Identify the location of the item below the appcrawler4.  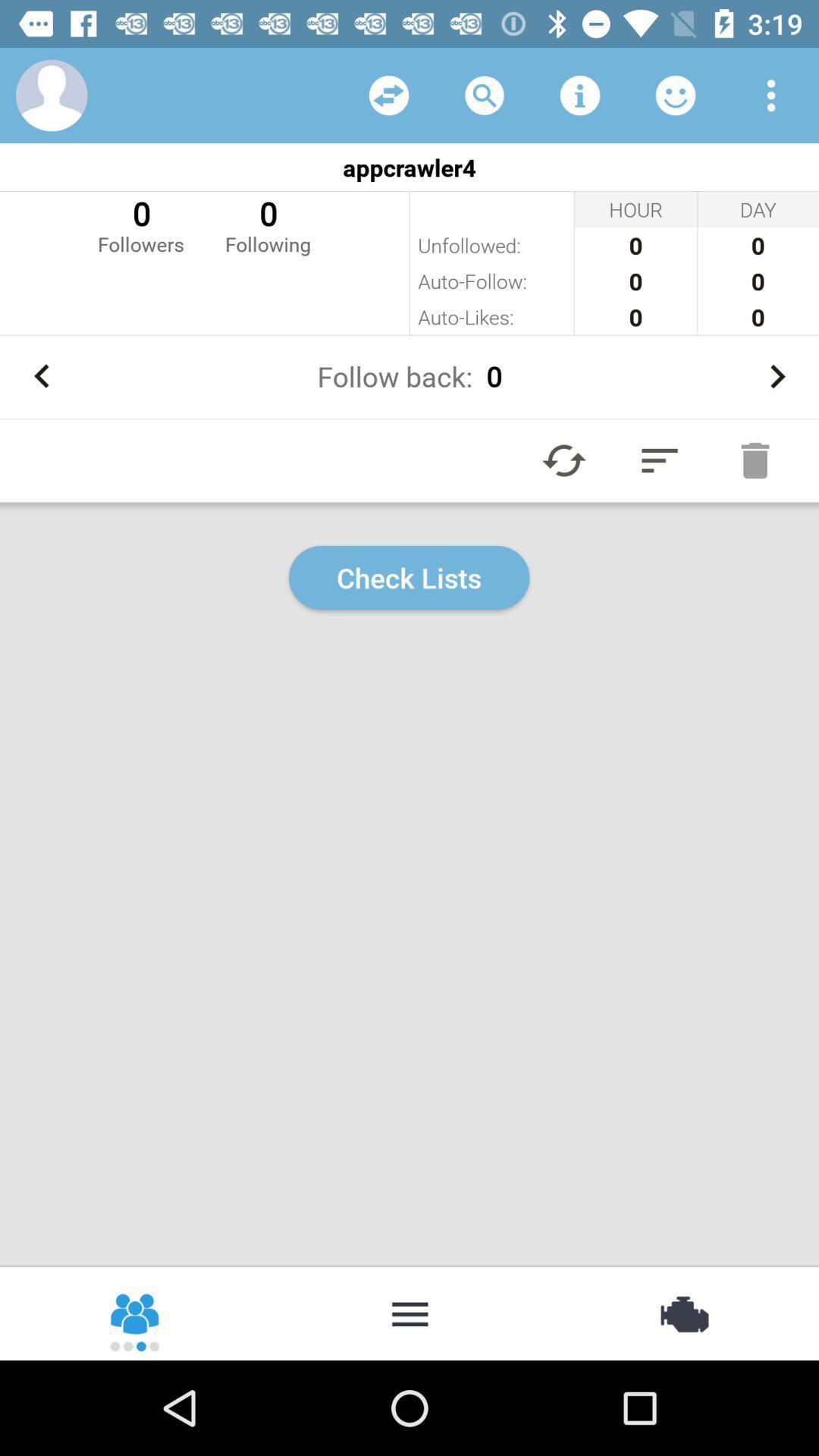
(267, 224).